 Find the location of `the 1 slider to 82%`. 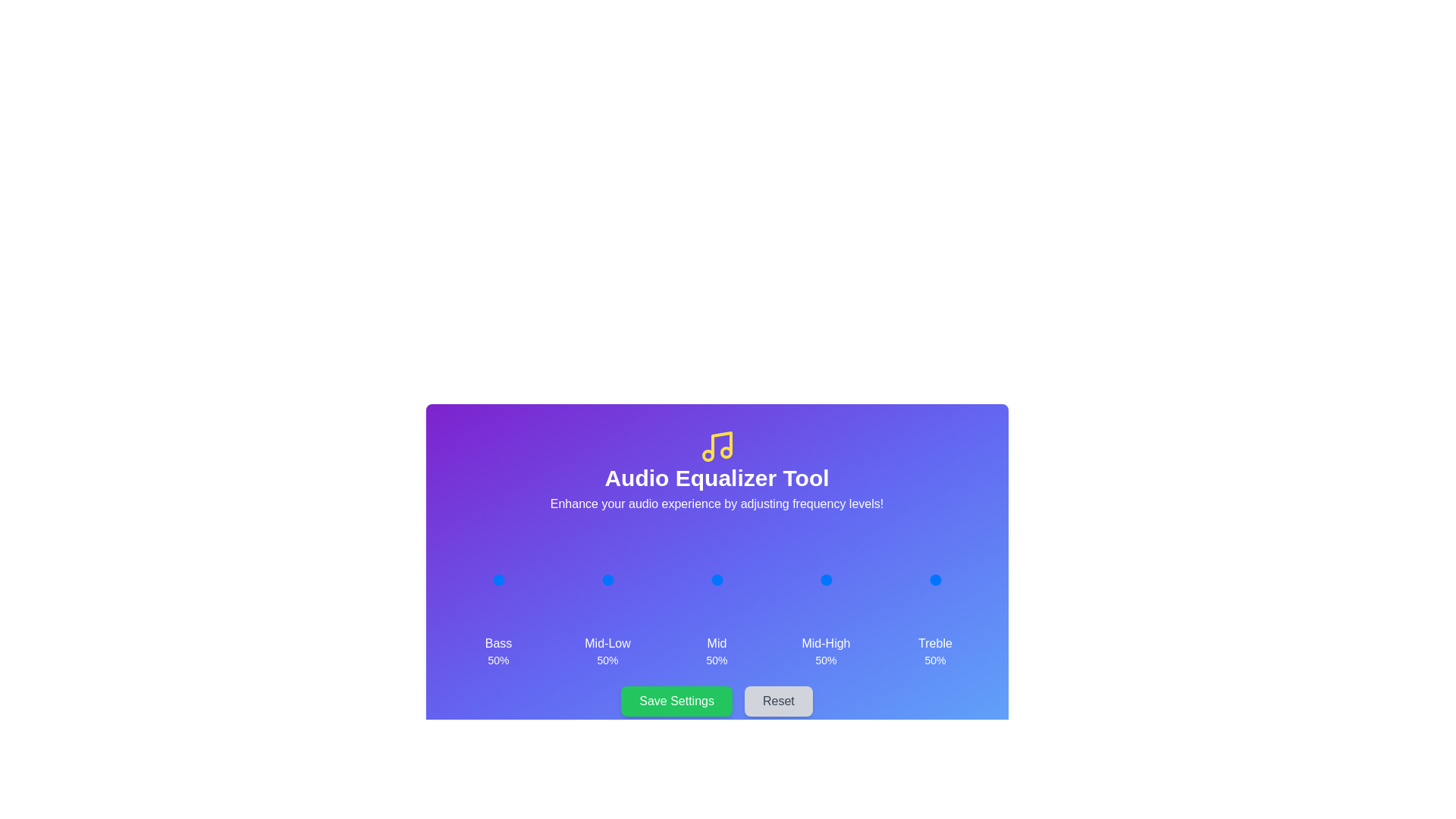

the 1 slider to 82% is located at coordinates (623, 579).